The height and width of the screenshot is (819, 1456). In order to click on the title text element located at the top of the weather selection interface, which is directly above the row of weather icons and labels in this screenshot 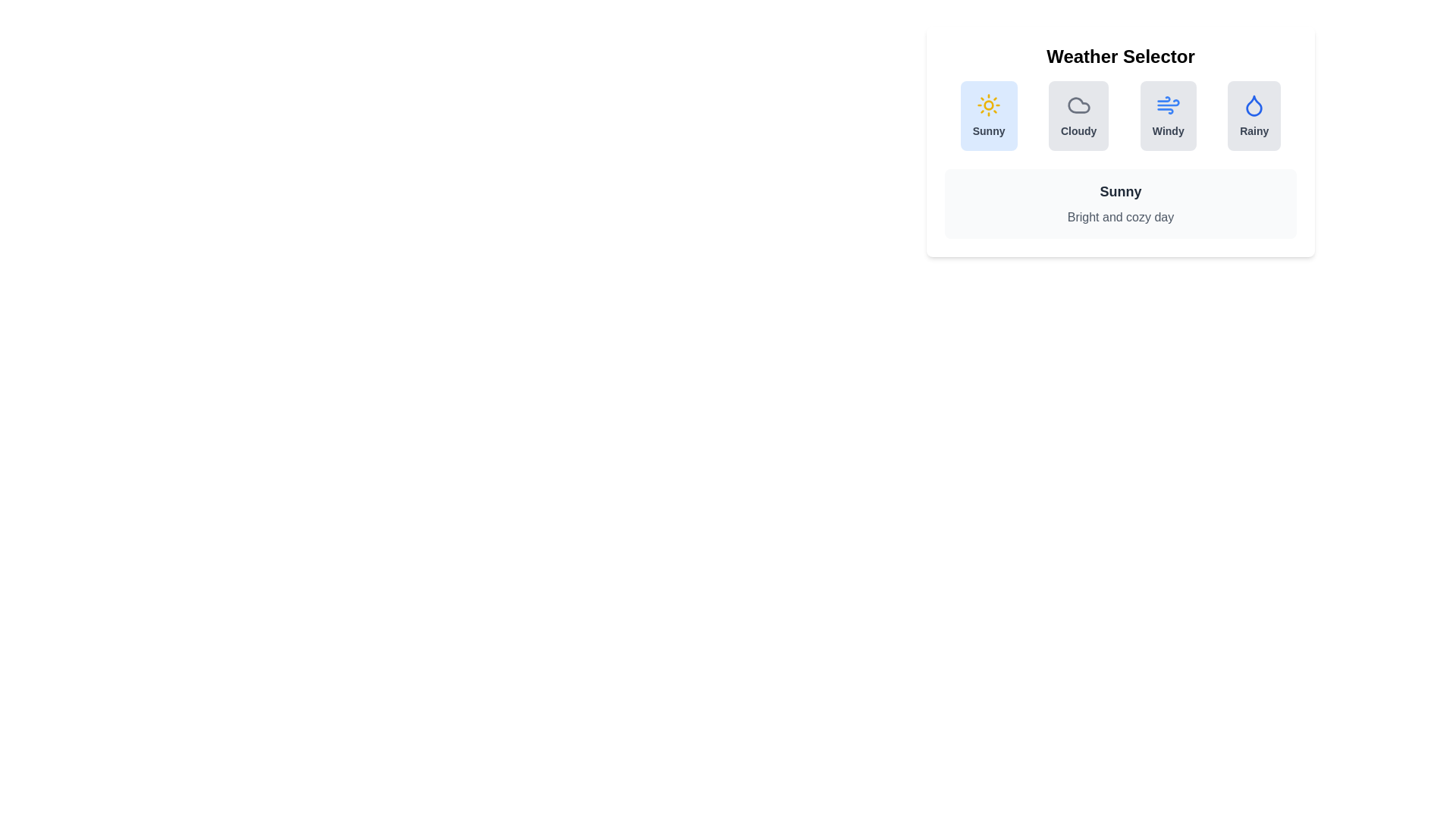, I will do `click(1121, 55)`.